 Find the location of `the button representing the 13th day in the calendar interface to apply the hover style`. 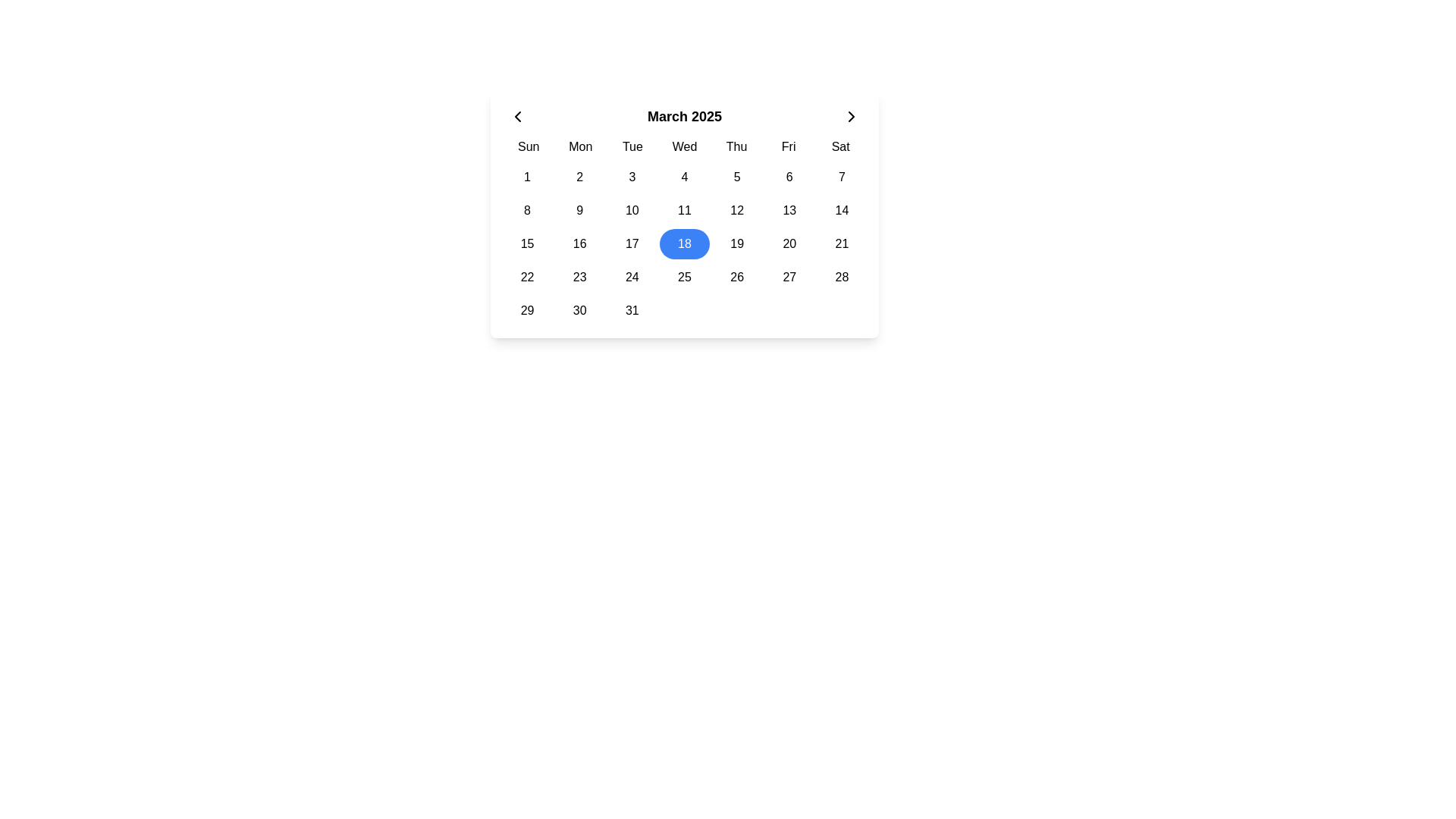

the button representing the 13th day in the calendar interface to apply the hover style is located at coordinates (789, 210).